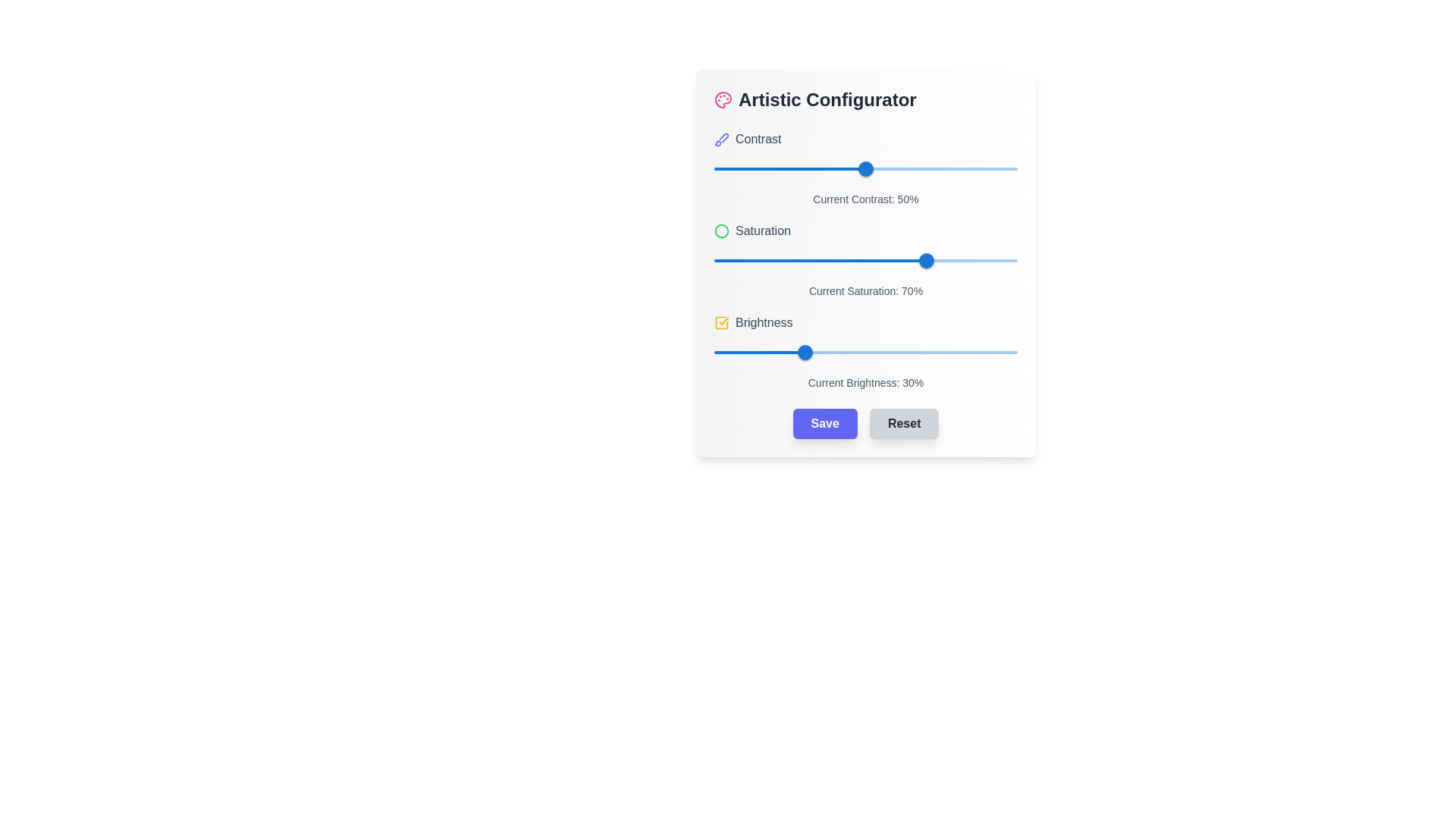 Image resolution: width=1456 pixels, height=819 pixels. Describe the element at coordinates (795, 353) in the screenshot. I see `the brightness` at that location.